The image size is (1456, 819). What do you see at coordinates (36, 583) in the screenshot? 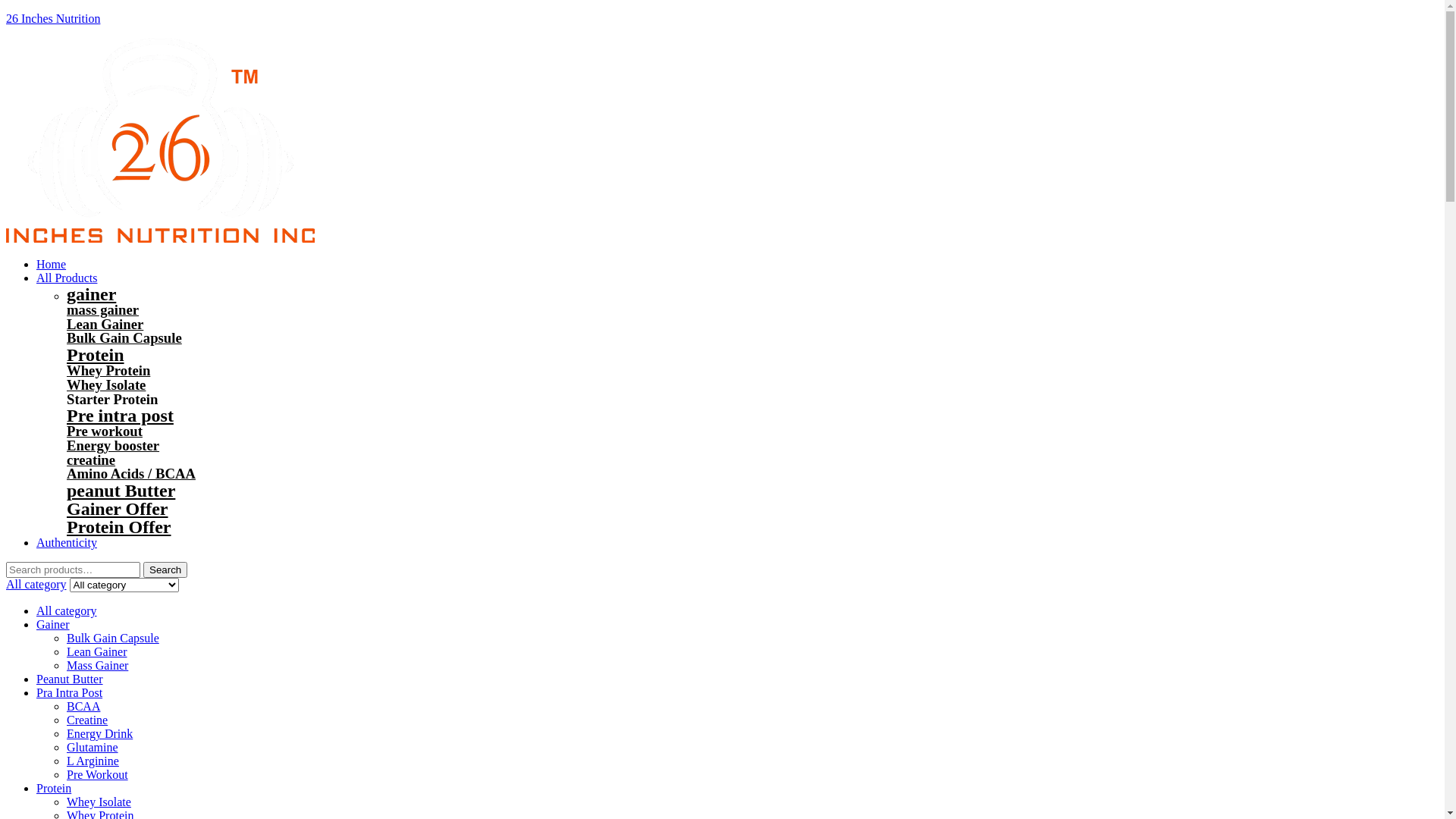
I see `'All category'` at bounding box center [36, 583].